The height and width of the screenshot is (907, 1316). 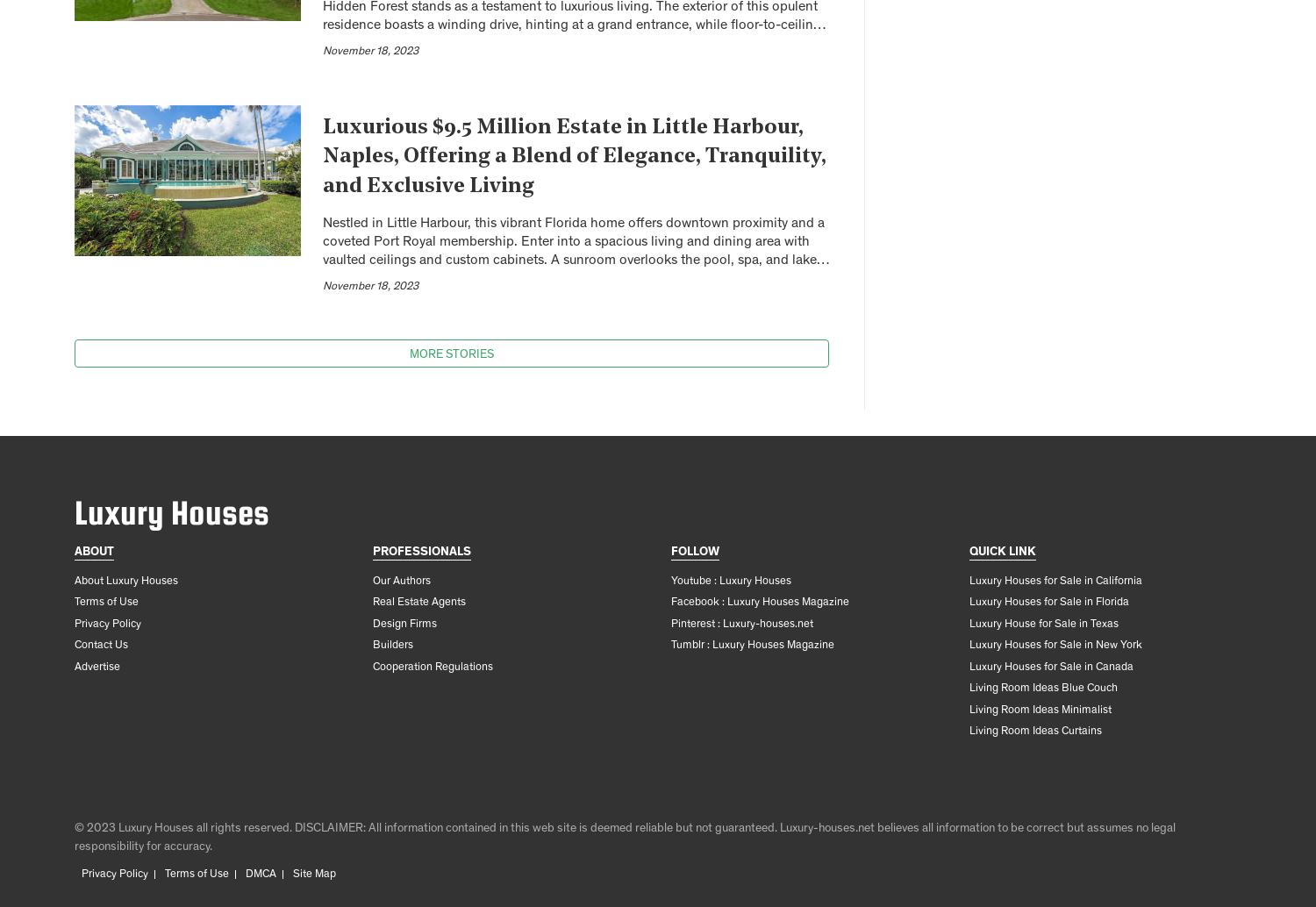 What do you see at coordinates (575, 156) in the screenshot?
I see `'Luxurious $9.5 Million Estate in Little Harbour, Naples, Offering a Blend of Elegance, Tranquility, and Exclusive Living'` at bounding box center [575, 156].